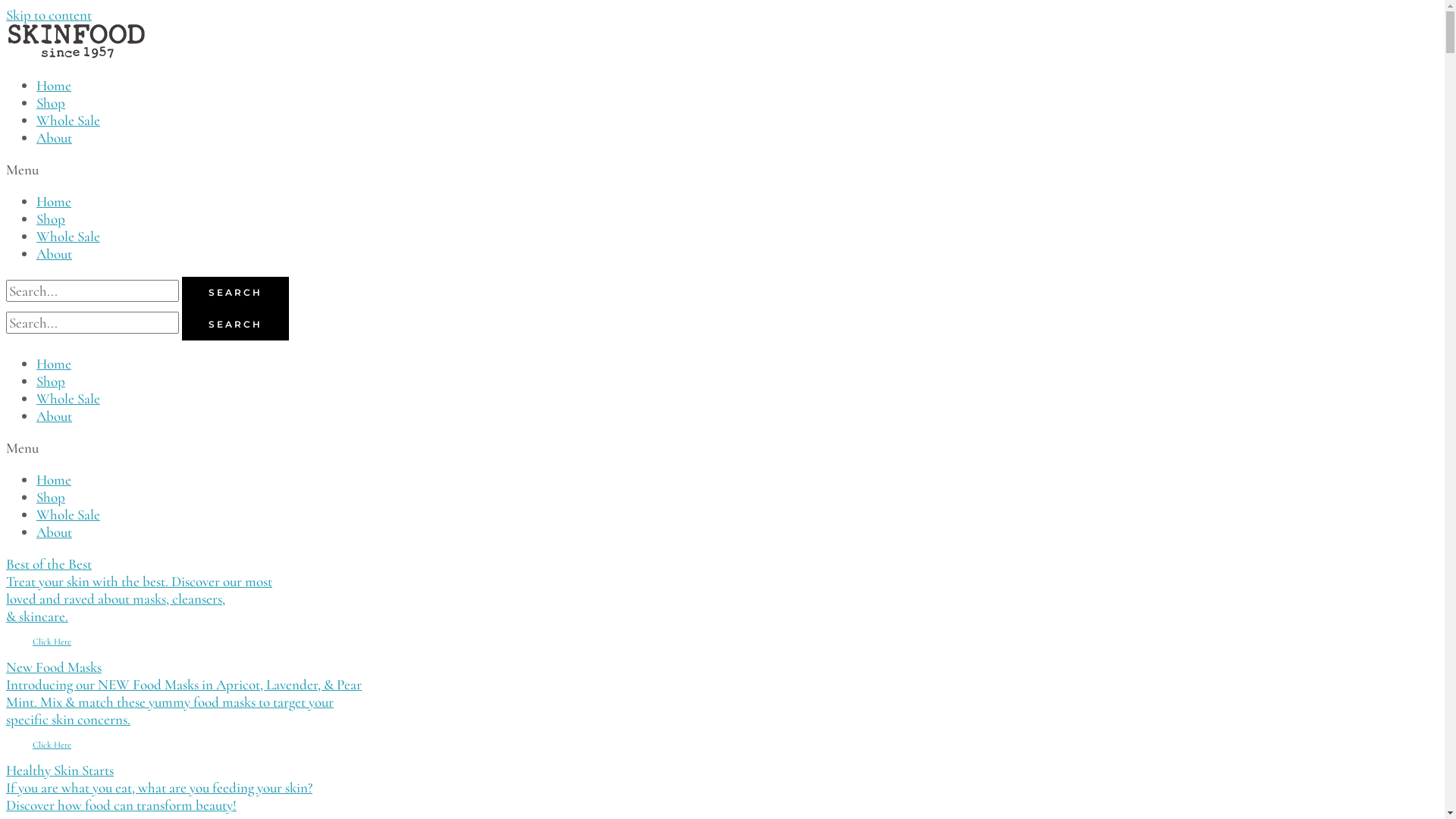 The height and width of the screenshot is (819, 1456). Describe the element at coordinates (67, 236) in the screenshot. I see `'Whole Sale'` at that location.